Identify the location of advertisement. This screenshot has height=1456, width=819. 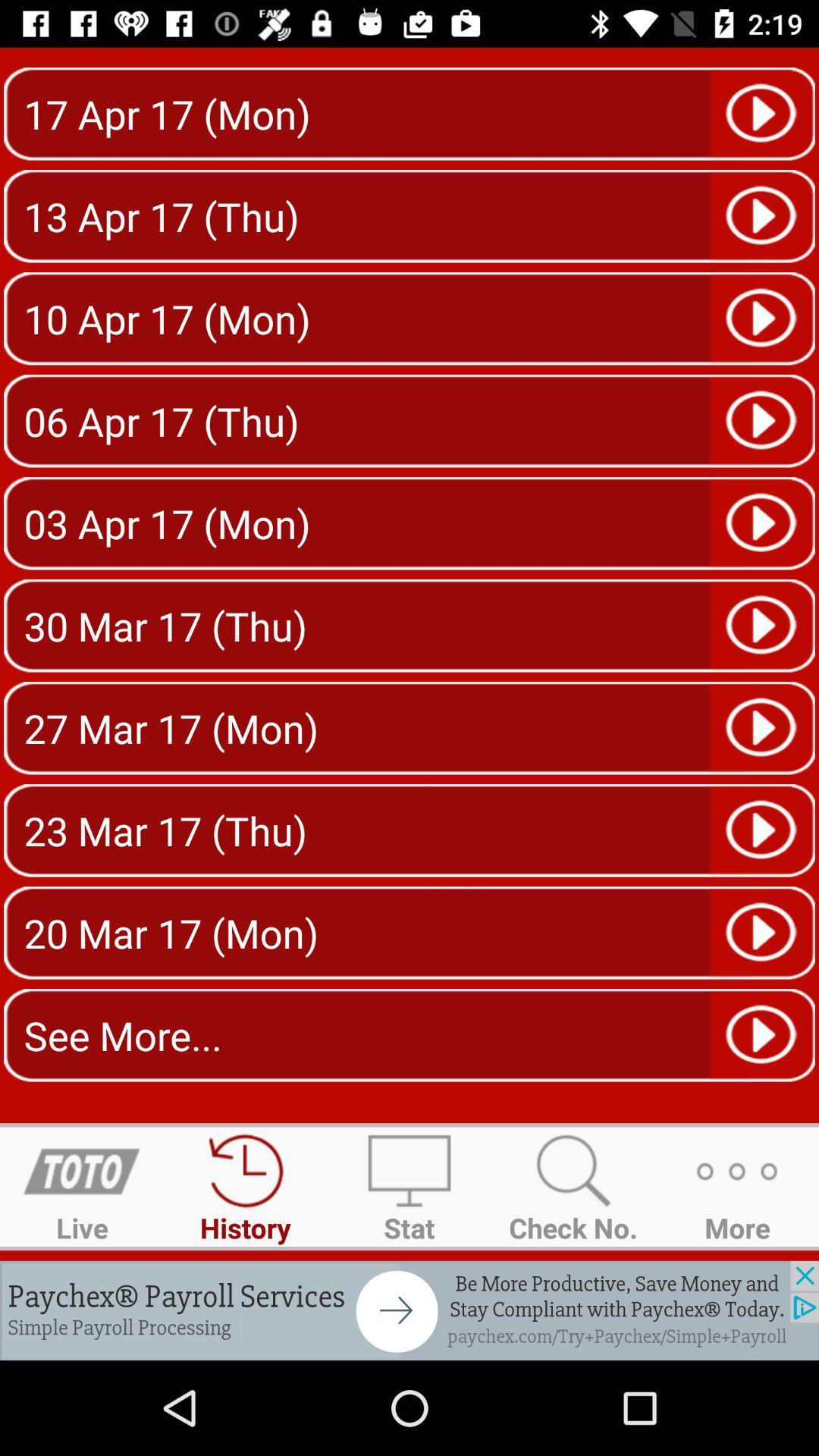
(409, 1310).